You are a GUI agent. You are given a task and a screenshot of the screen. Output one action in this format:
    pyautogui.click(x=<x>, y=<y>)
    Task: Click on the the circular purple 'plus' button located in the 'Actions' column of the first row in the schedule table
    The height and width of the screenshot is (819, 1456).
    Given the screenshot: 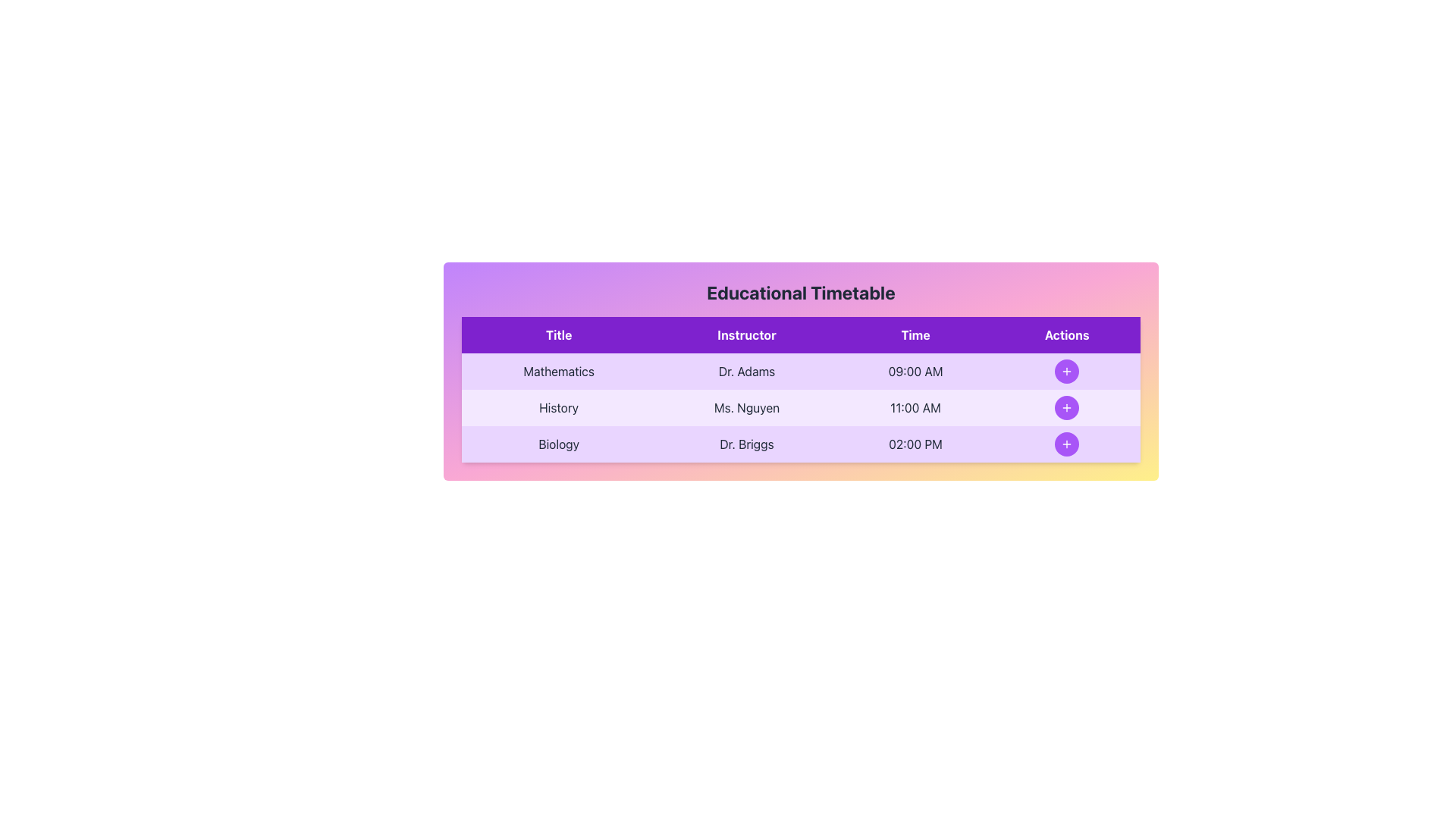 What is the action you would take?
    pyautogui.click(x=1066, y=371)
    